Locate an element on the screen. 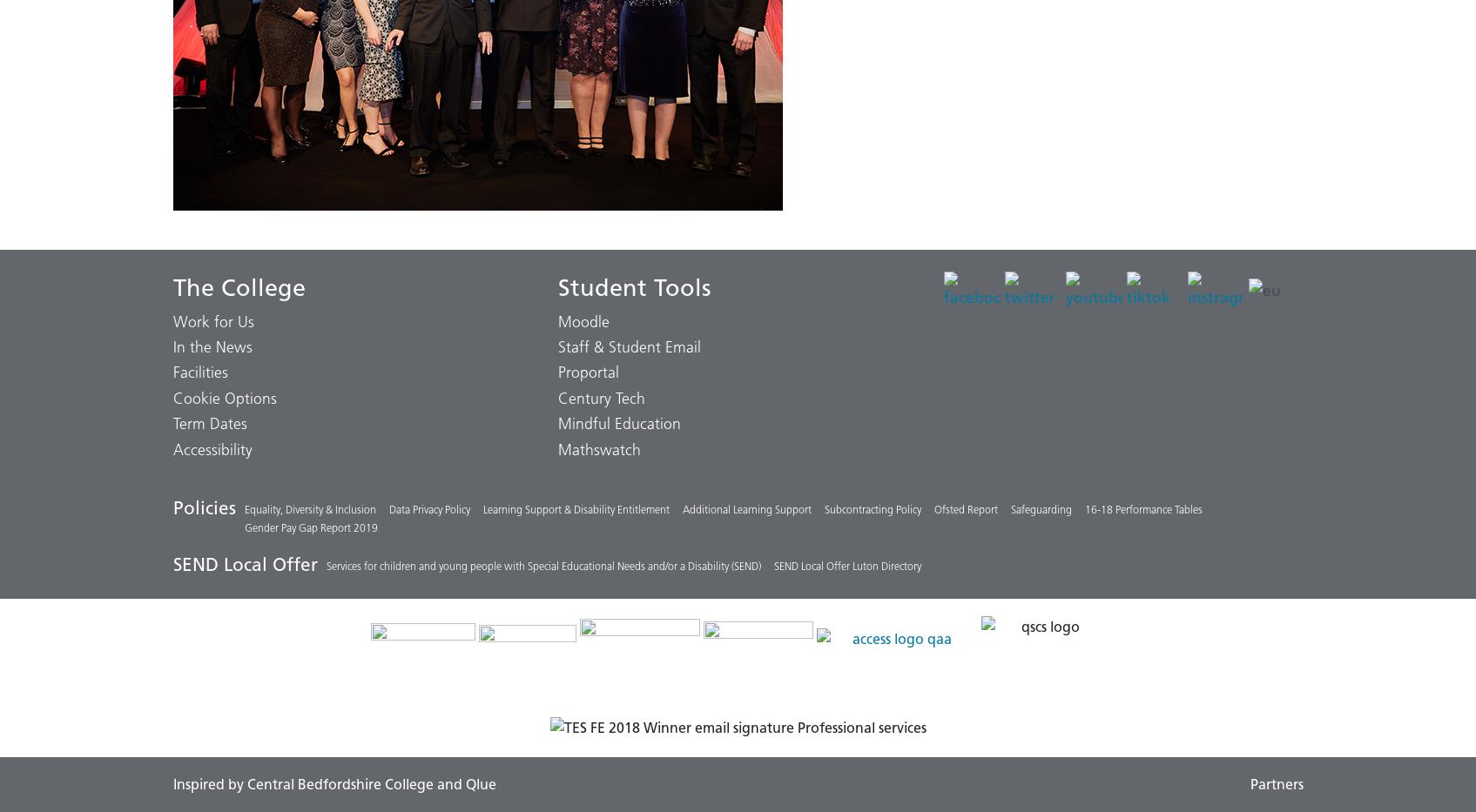 The width and height of the screenshot is (1476, 812). 'Safeguarding' is located at coordinates (1009, 509).